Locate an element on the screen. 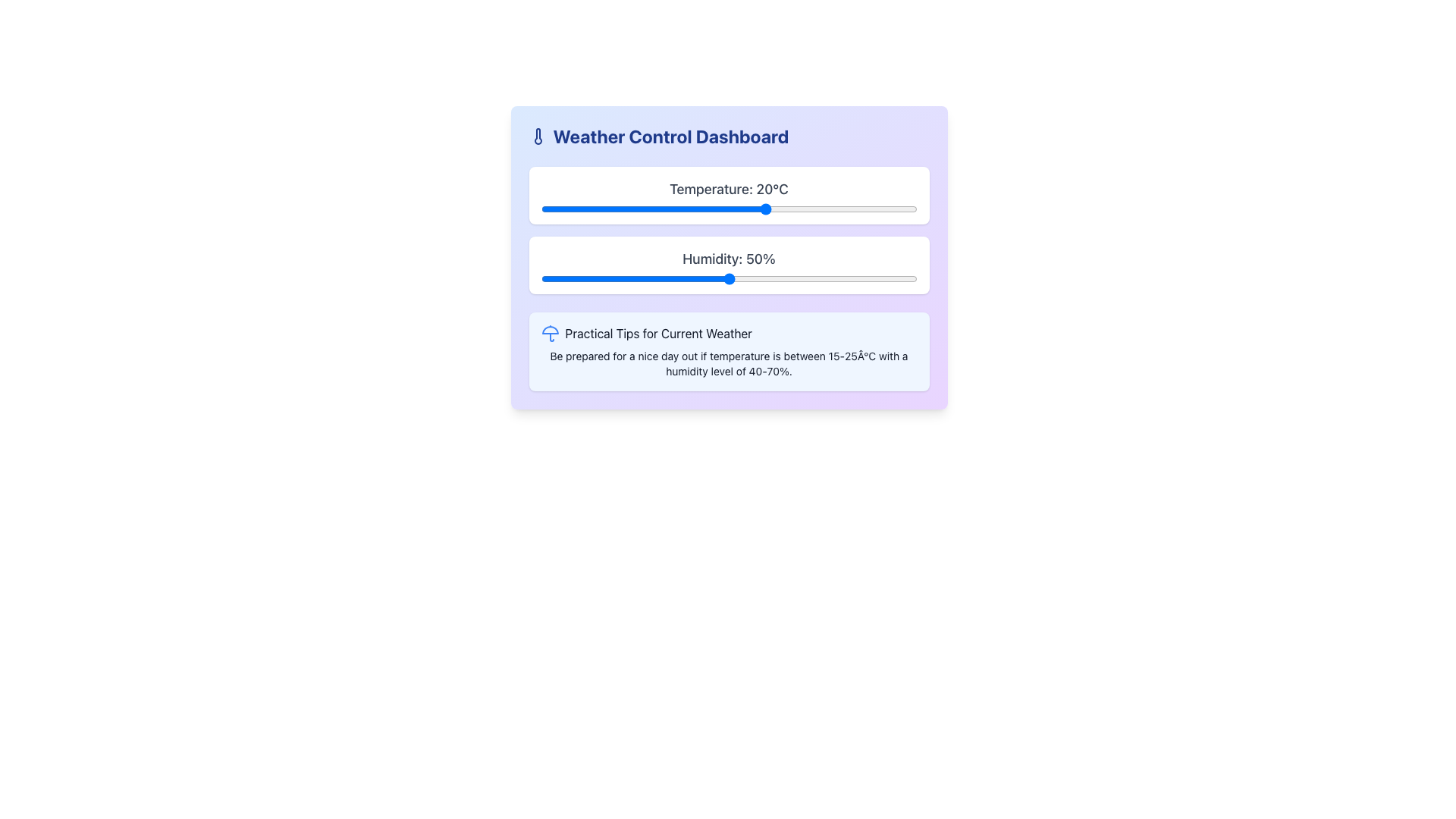  the slider thumb located below the 'Temperature: 20°C' text in the Weather Control Dashboard is located at coordinates (729, 209).